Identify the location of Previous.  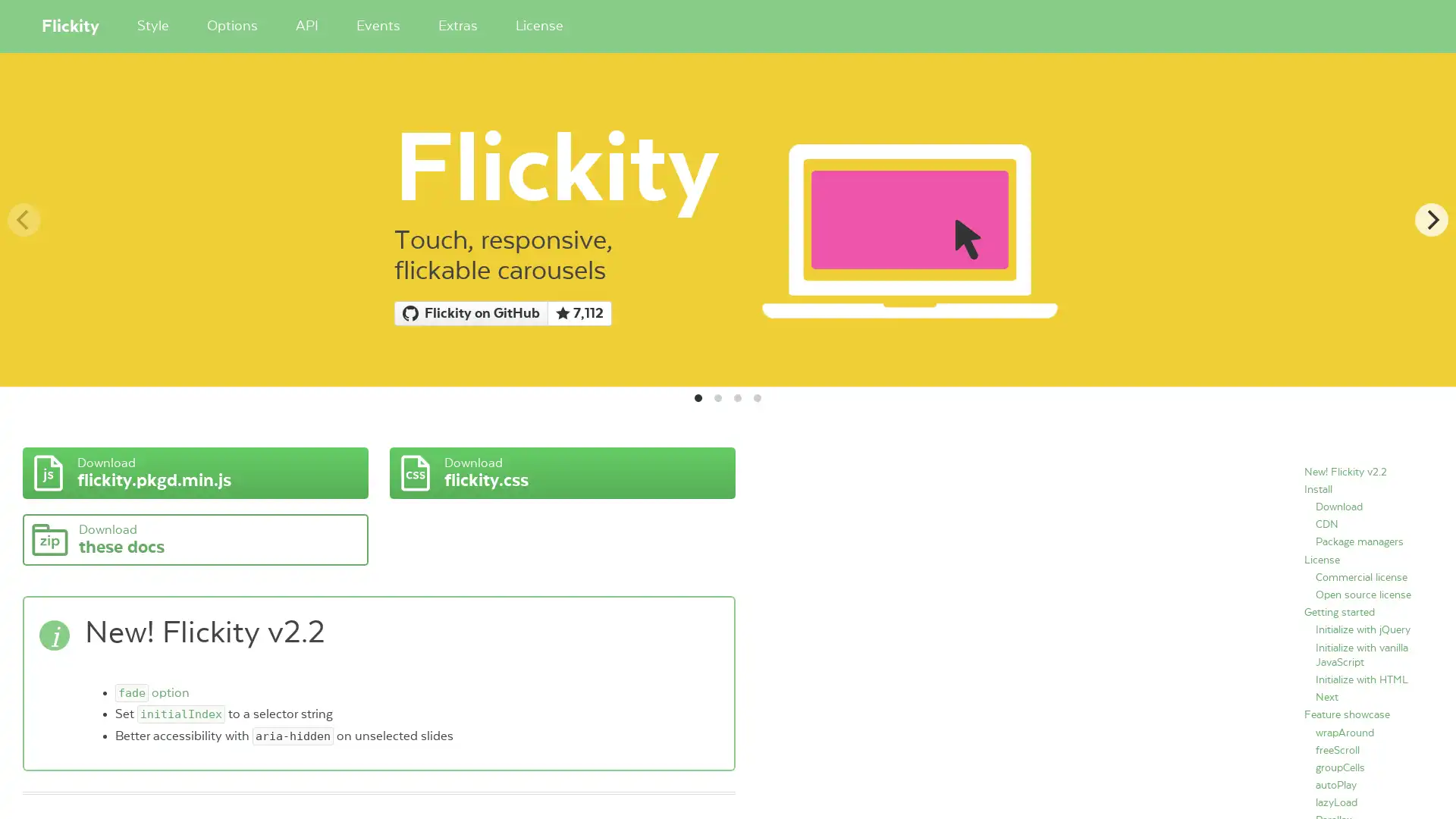
(24, 219).